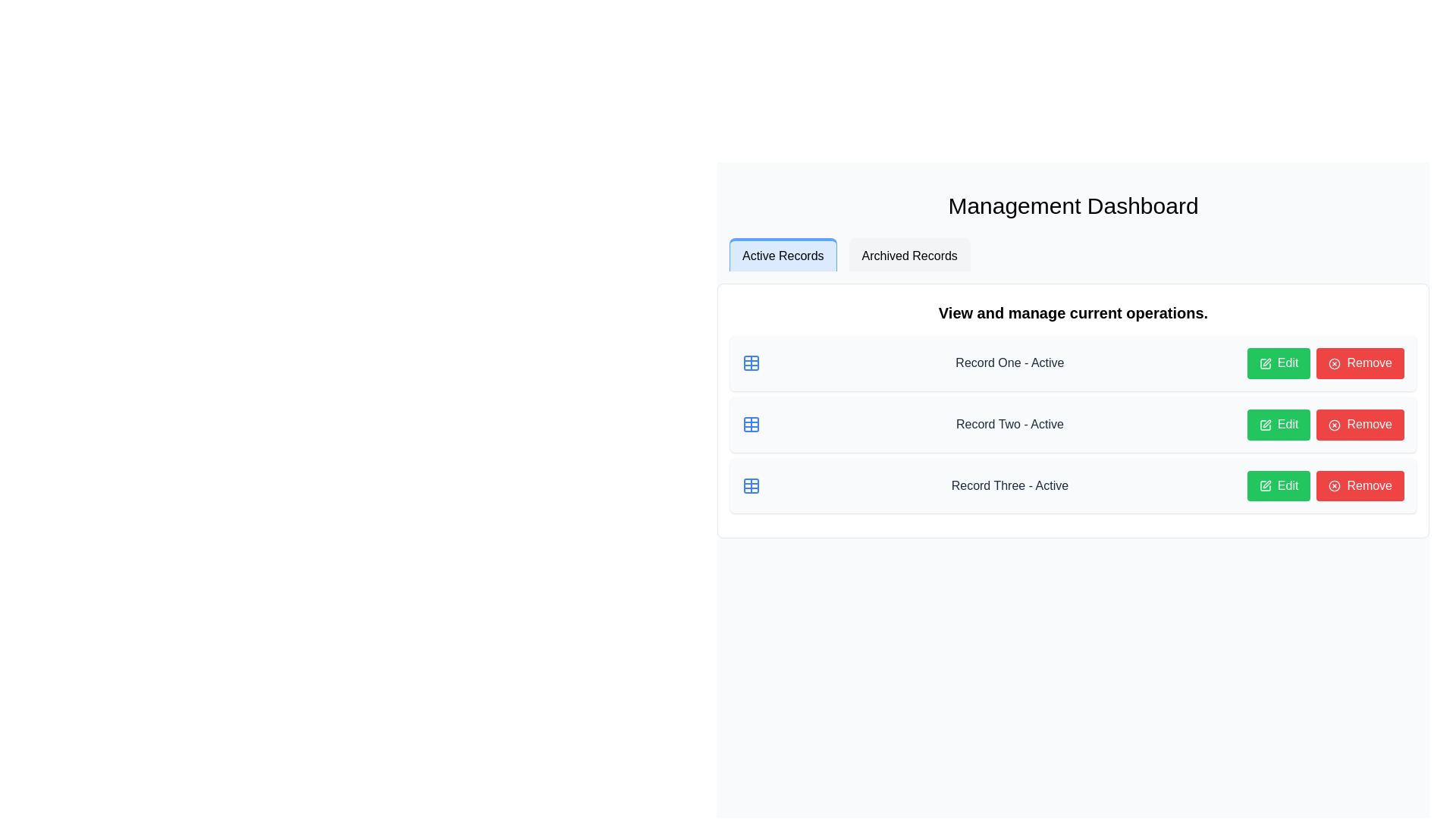 The width and height of the screenshot is (1456, 819). I want to click on the circular icon representing the deletion action for the 'Remove' button associated with the third item in the list under 'View and manage current operations.', so click(1335, 486).